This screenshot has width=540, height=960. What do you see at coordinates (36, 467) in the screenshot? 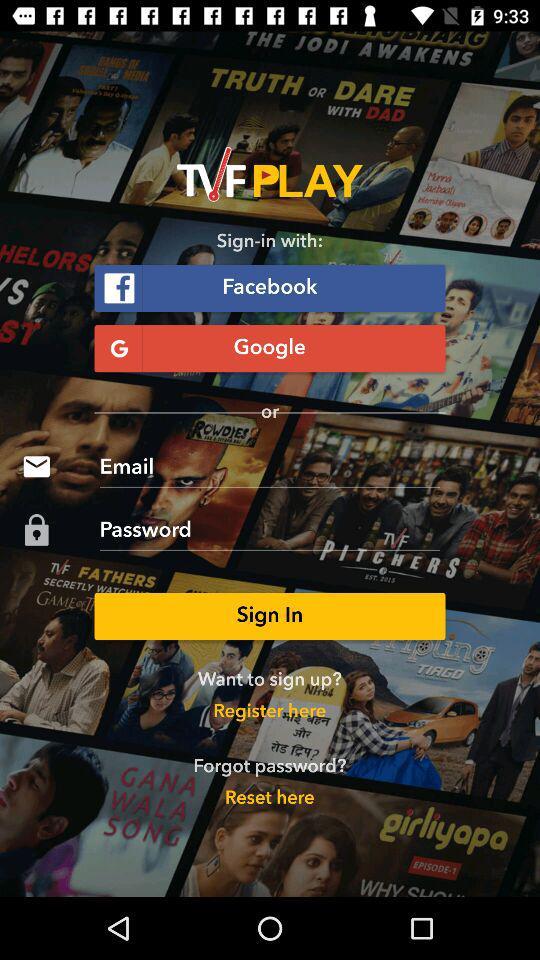
I see `the icon which is before email on page` at bounding box center [36, 467].